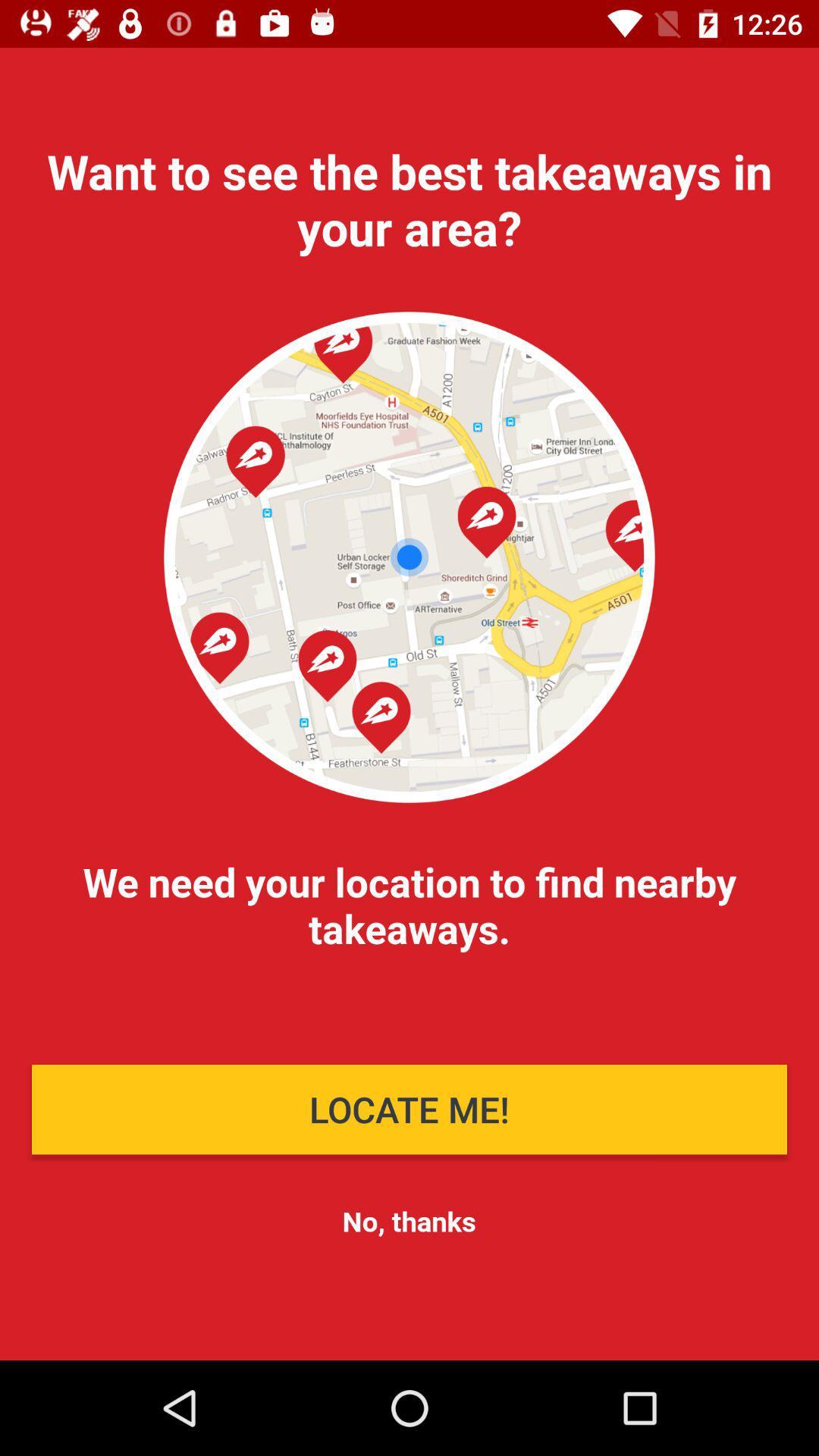 This screenshot has width=819, height=1456. I want to click on the no, thanks icon, so click(408, 1221).